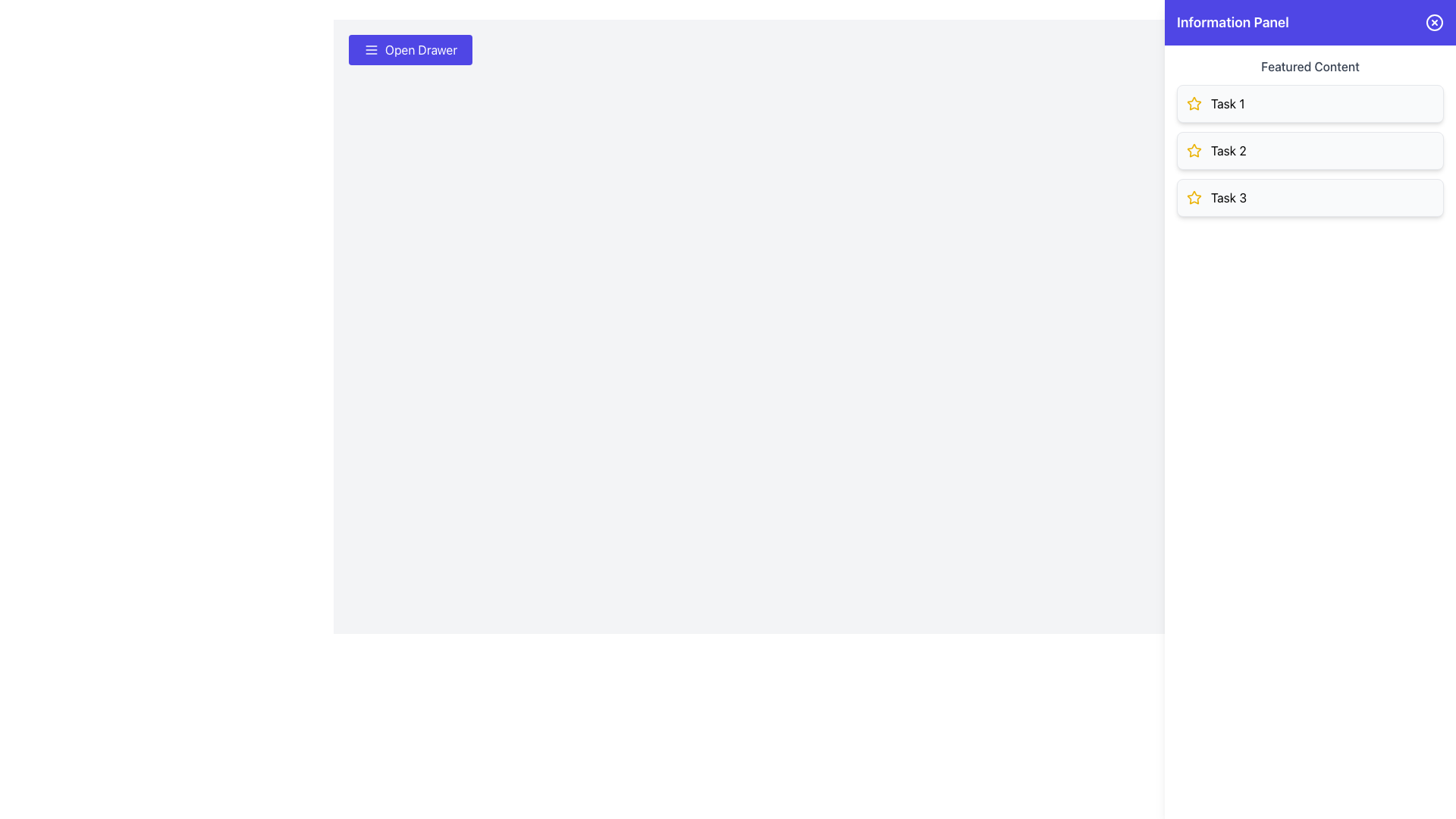 This screenshot has width=1456, height=819. What do you see at coordinates (1193, 103) in the screenshot?
I see `the yellow star icon located in the 'Information Panel' next to the text 'Task 1'` at bounding box center [1193, 103].